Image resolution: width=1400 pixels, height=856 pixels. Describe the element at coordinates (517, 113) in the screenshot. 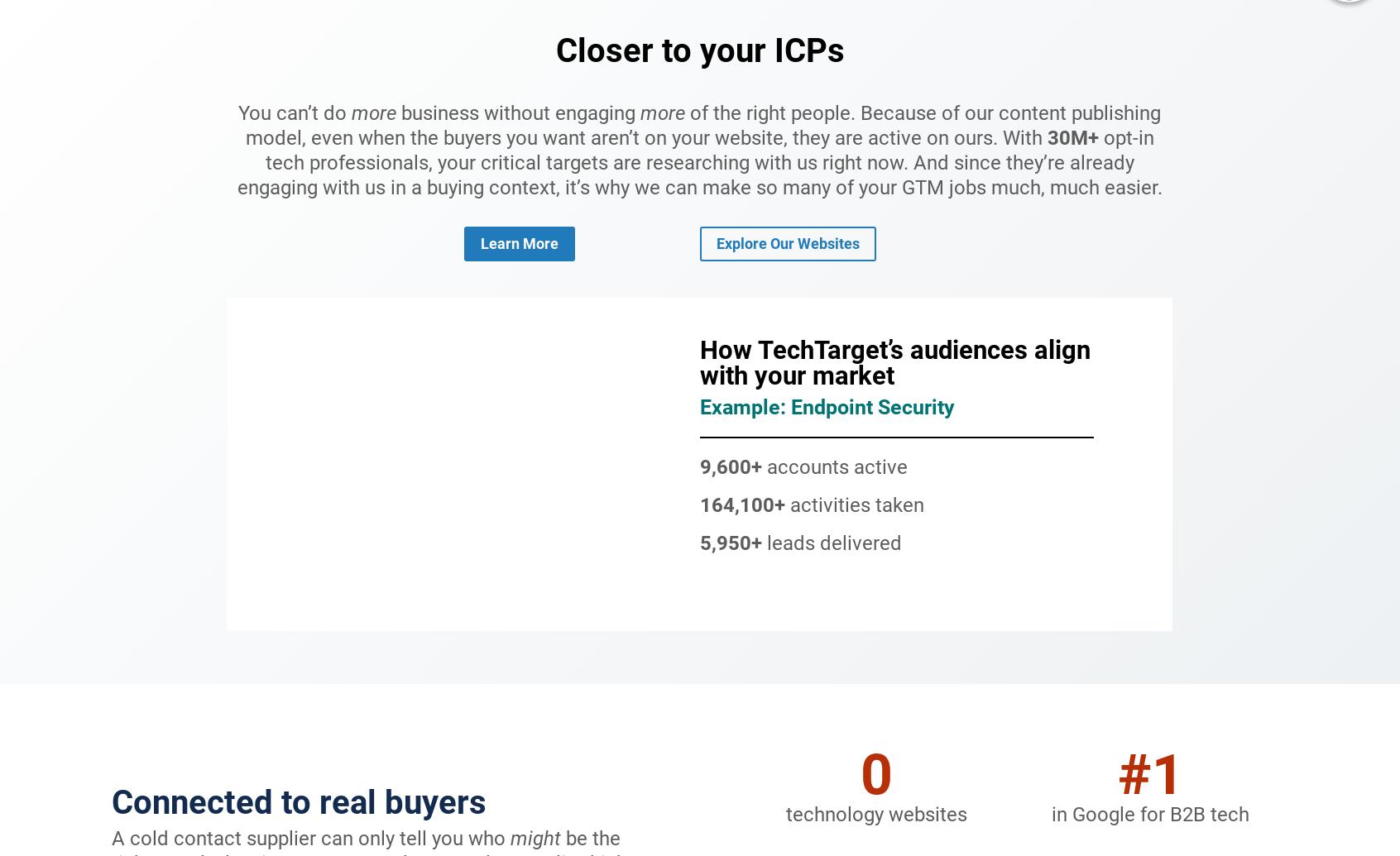

I see `'business without engaging'` at that location.